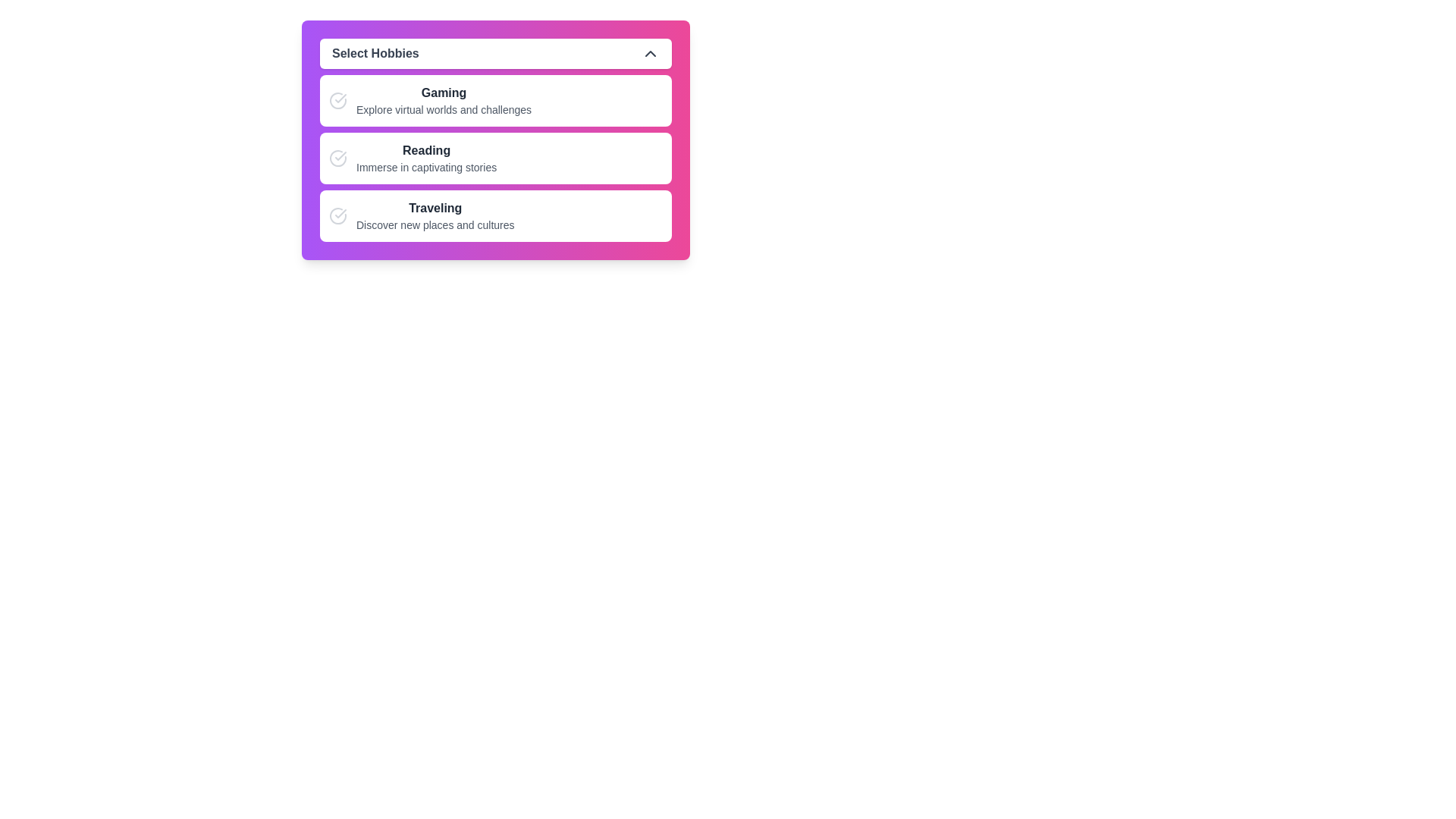 The width and height of the screenshot is (1456, 819). I want to click on the 'Gaming' text block, which is the first option in the vertical list below 'Select Hobbies', featuring a bold title and descriptive text, so click(443, 100).